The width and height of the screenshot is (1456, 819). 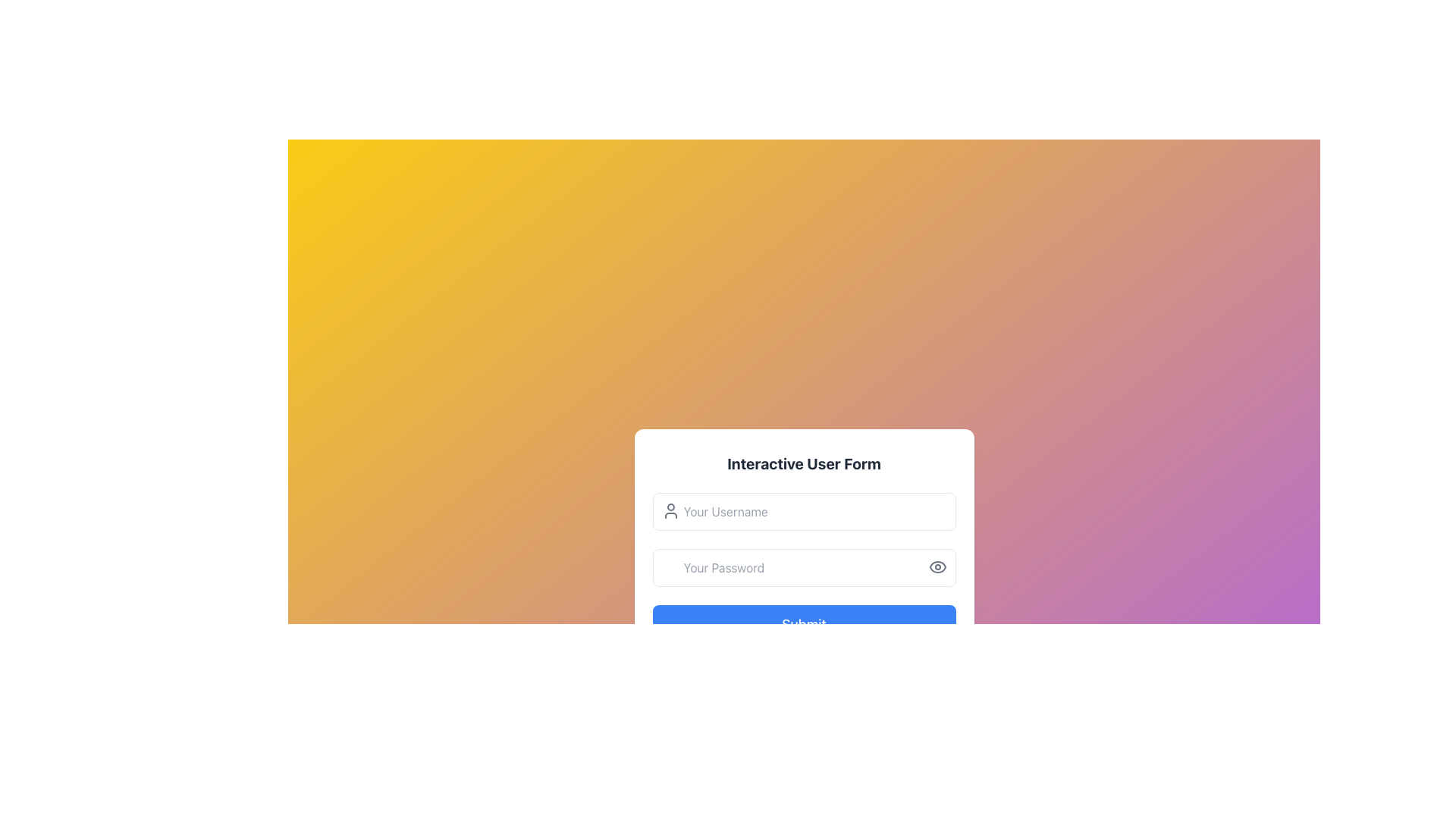 What do you see at coordinates (803, 567) in the screenshot?
I see `the Password input field which is a rectangular input field with rounded corners, light gray borders, and a placeholder text that reads 'Your Password'` at bounding box center [803, 567].